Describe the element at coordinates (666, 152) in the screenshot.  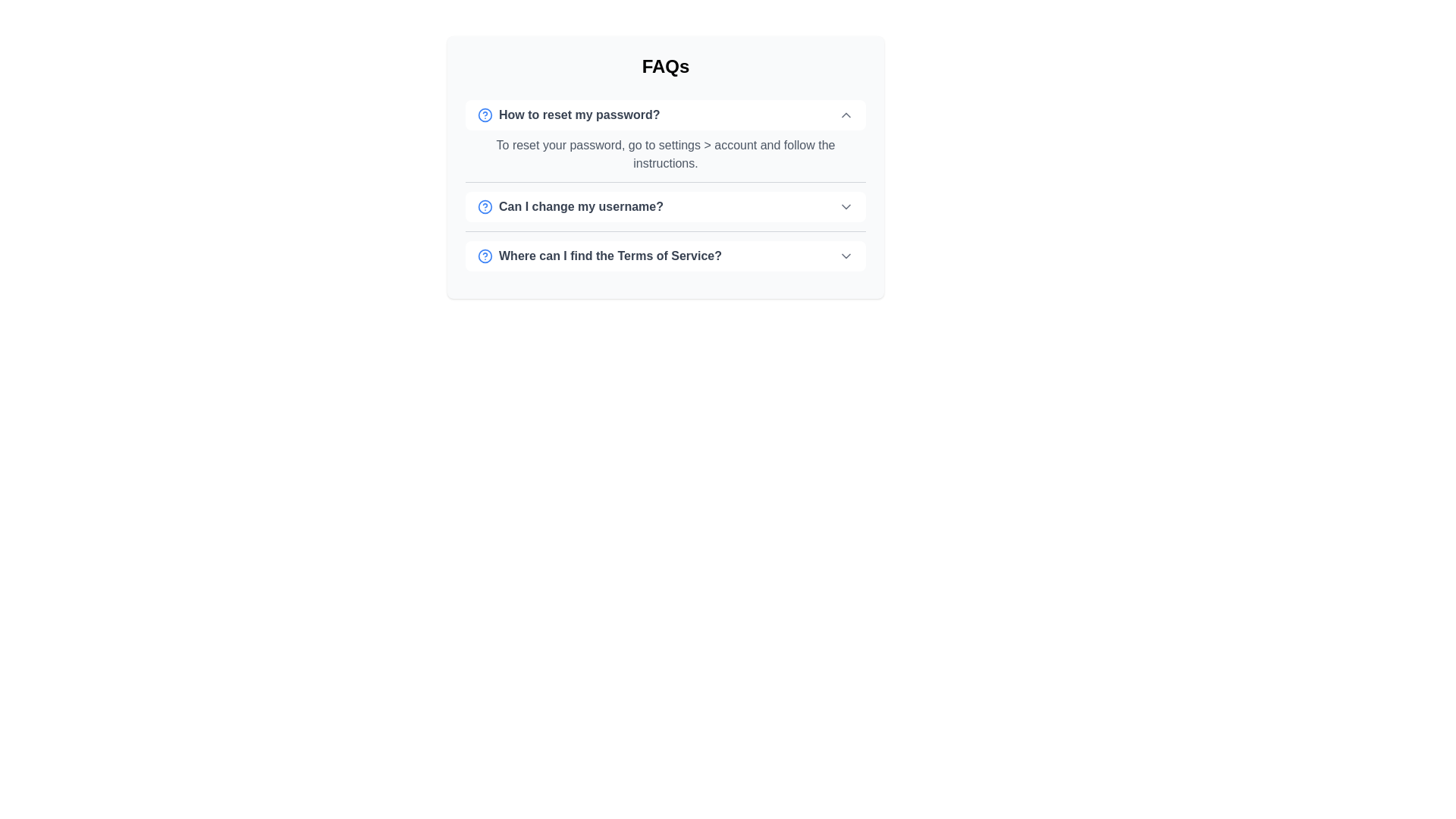
I see `the text information element that provides instructions on resetting a password, located below the question 'How to reset my password?' in the FAQ section` at that location.